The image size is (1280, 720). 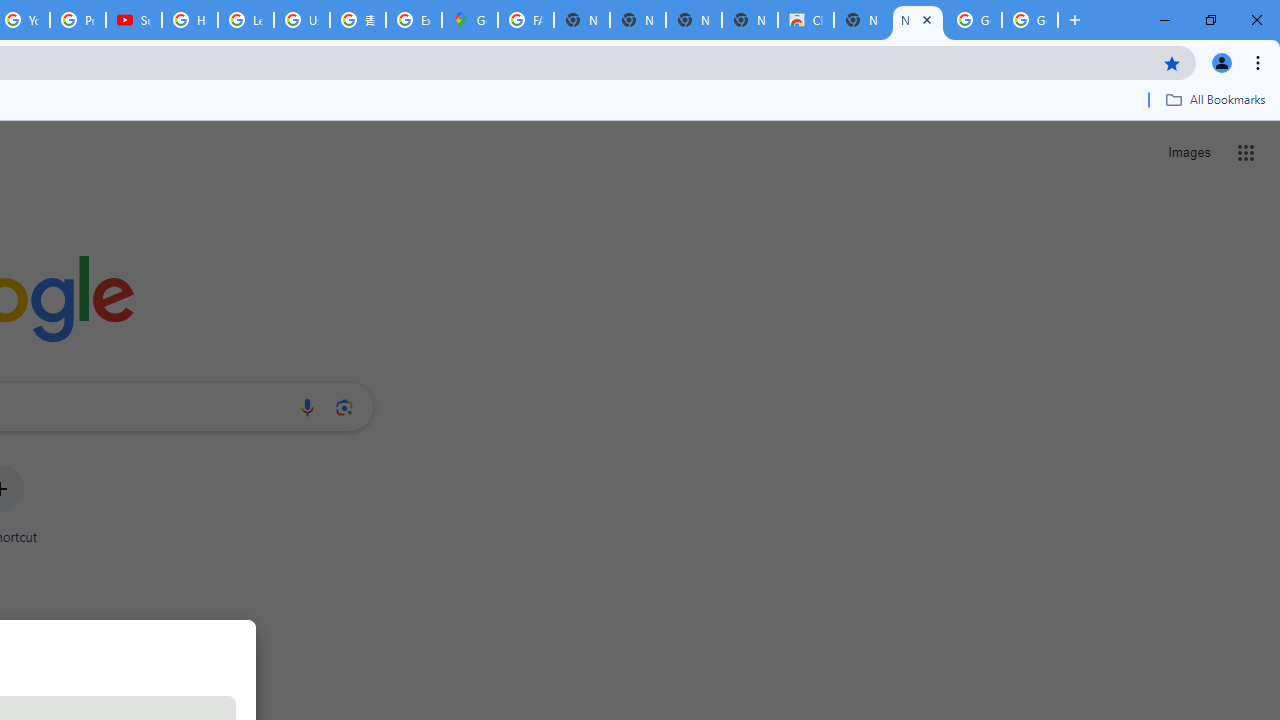 What do you see at coordinates (1214, 99) in the screenshot?
I see `'All Bookmarks'` at bounding box center [1214, 99].